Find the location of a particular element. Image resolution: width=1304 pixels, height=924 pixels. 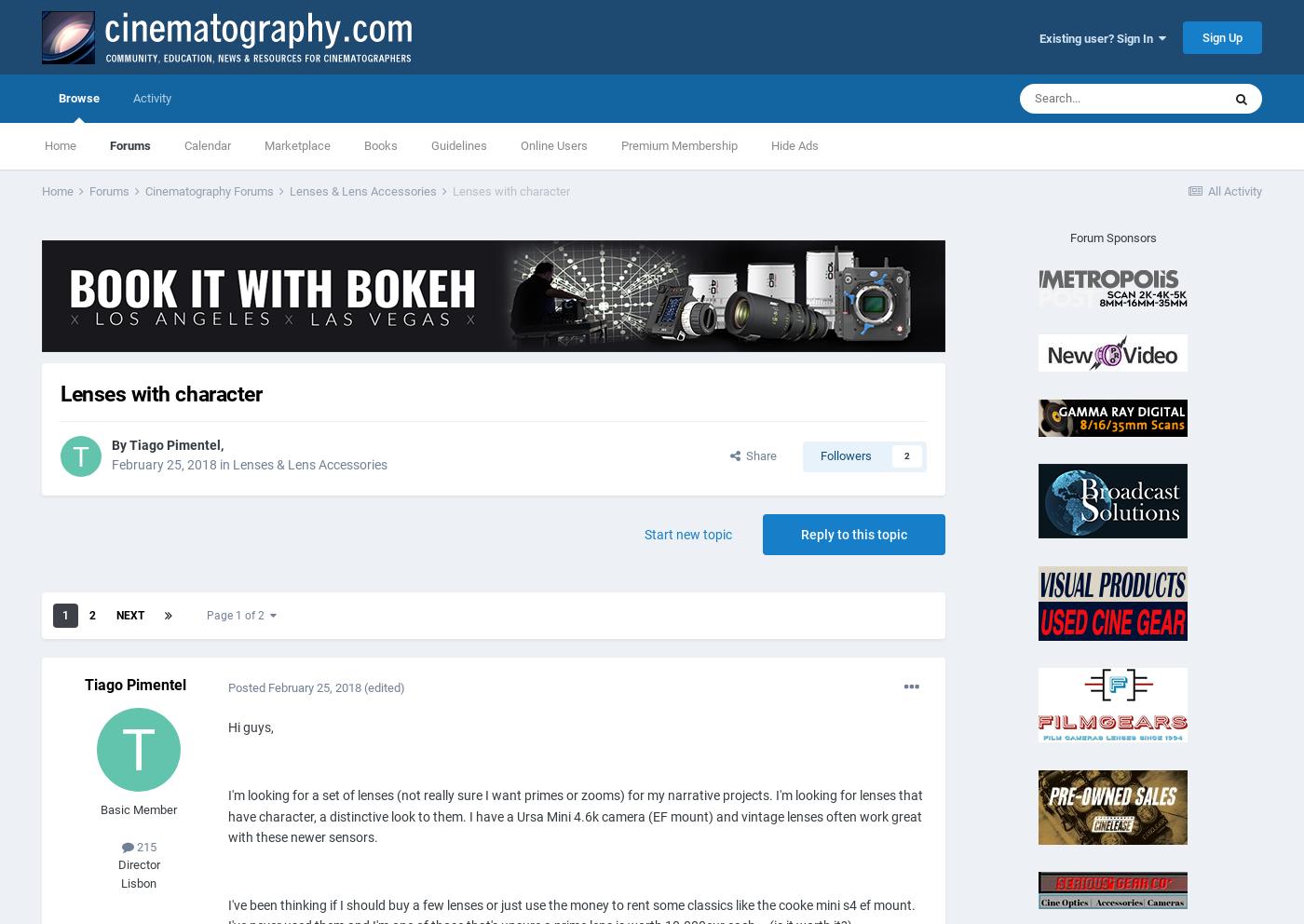

'Reply to this topic' is located at coordinates (854, 534).